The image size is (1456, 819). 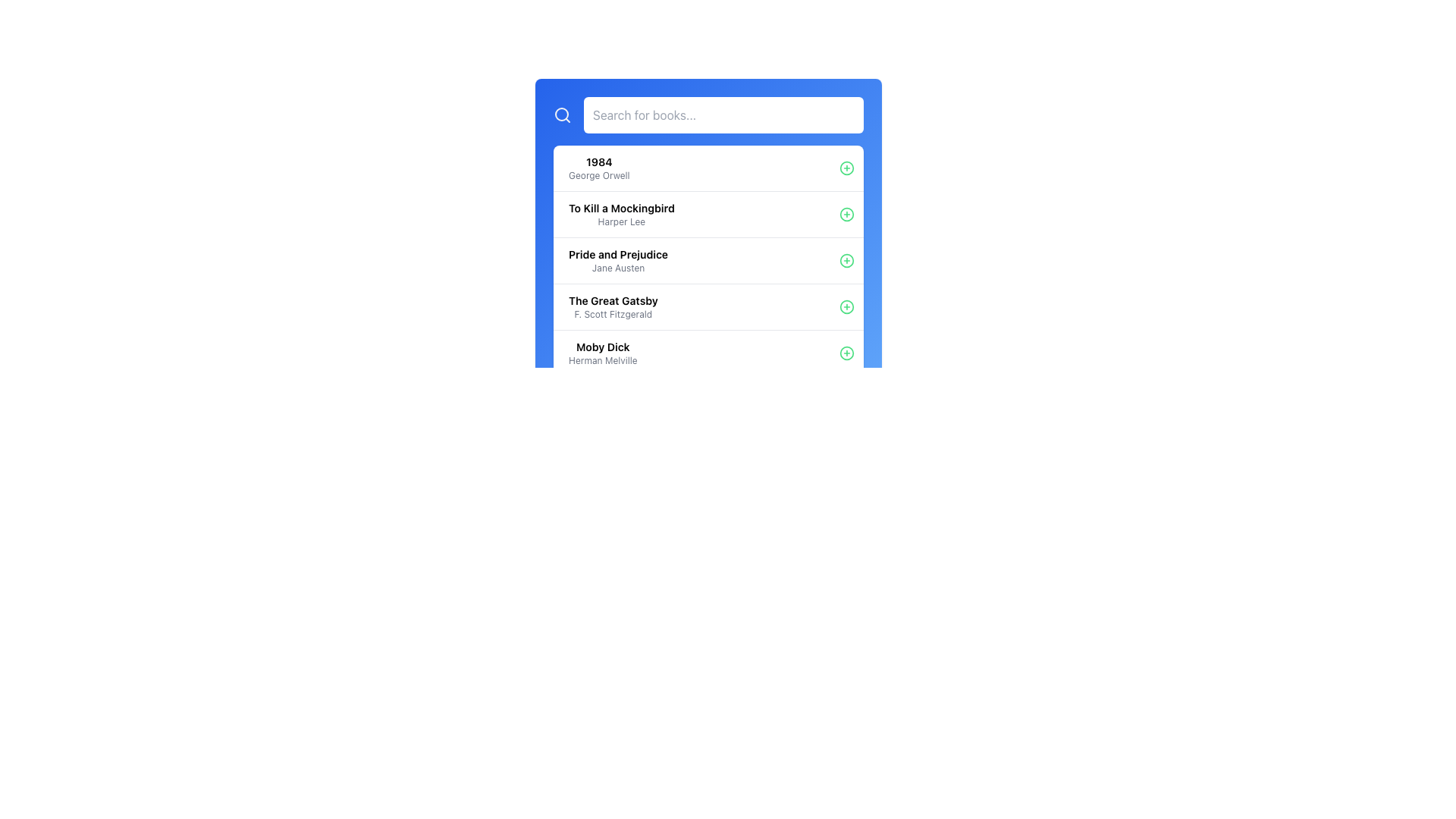 I want to click on the interactive button on the right edge of the '1984 - George Orwell' item in the list, so click(x=846, y=168).